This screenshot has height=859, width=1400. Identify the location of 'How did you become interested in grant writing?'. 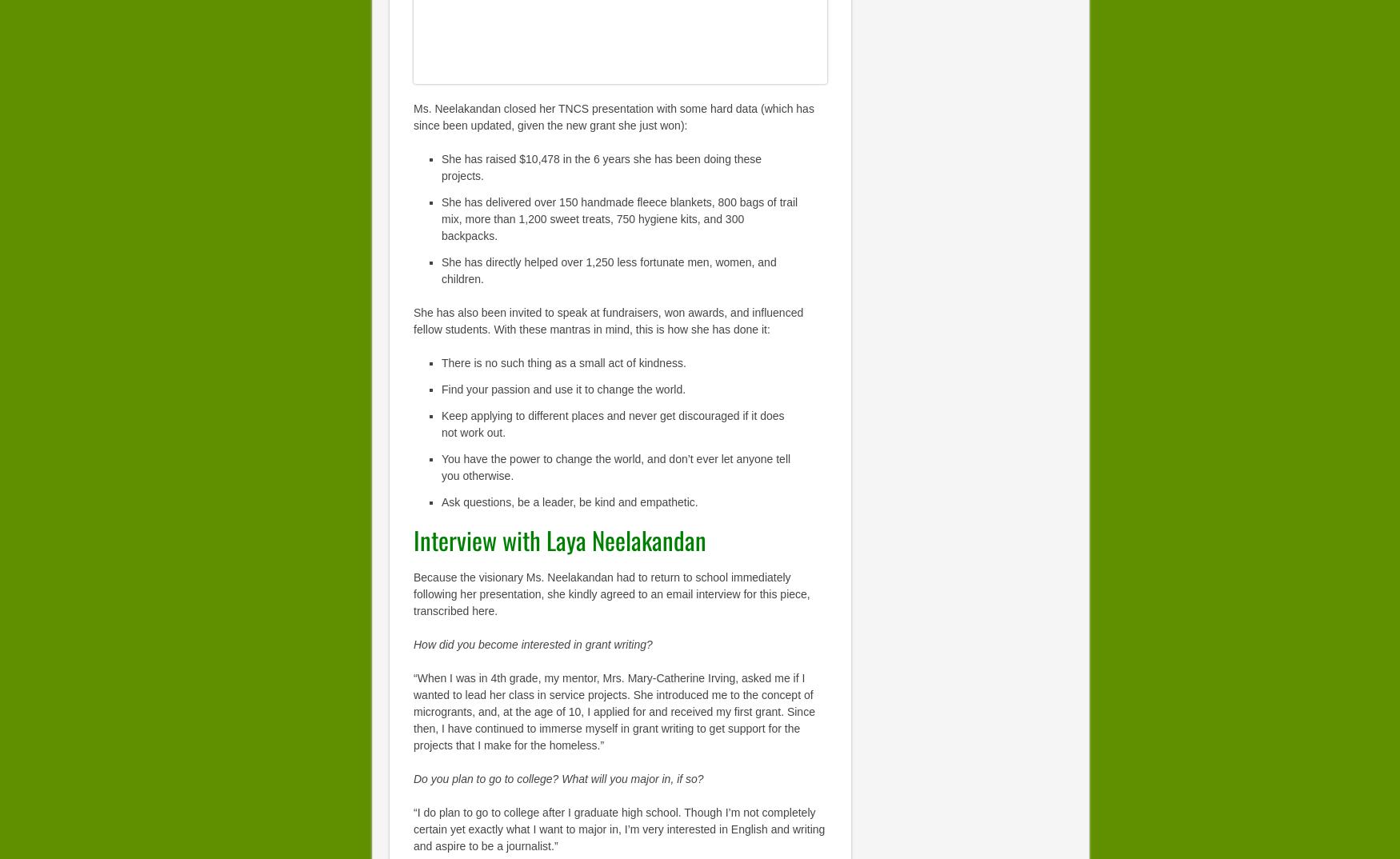
(532, 645).